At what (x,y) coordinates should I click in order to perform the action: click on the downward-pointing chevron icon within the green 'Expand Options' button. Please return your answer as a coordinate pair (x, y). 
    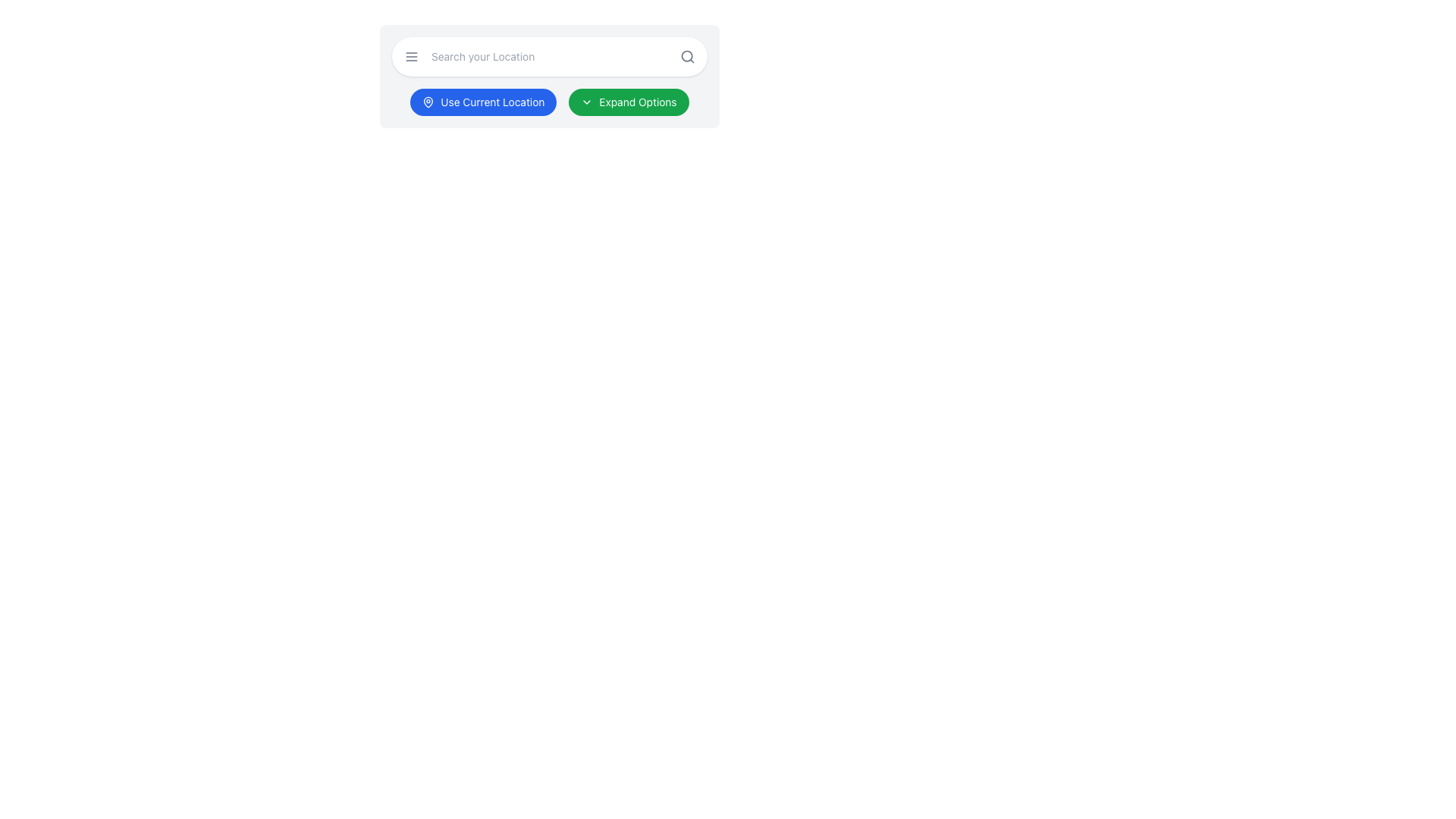
    Looking at the image, I should click on (586, 102).